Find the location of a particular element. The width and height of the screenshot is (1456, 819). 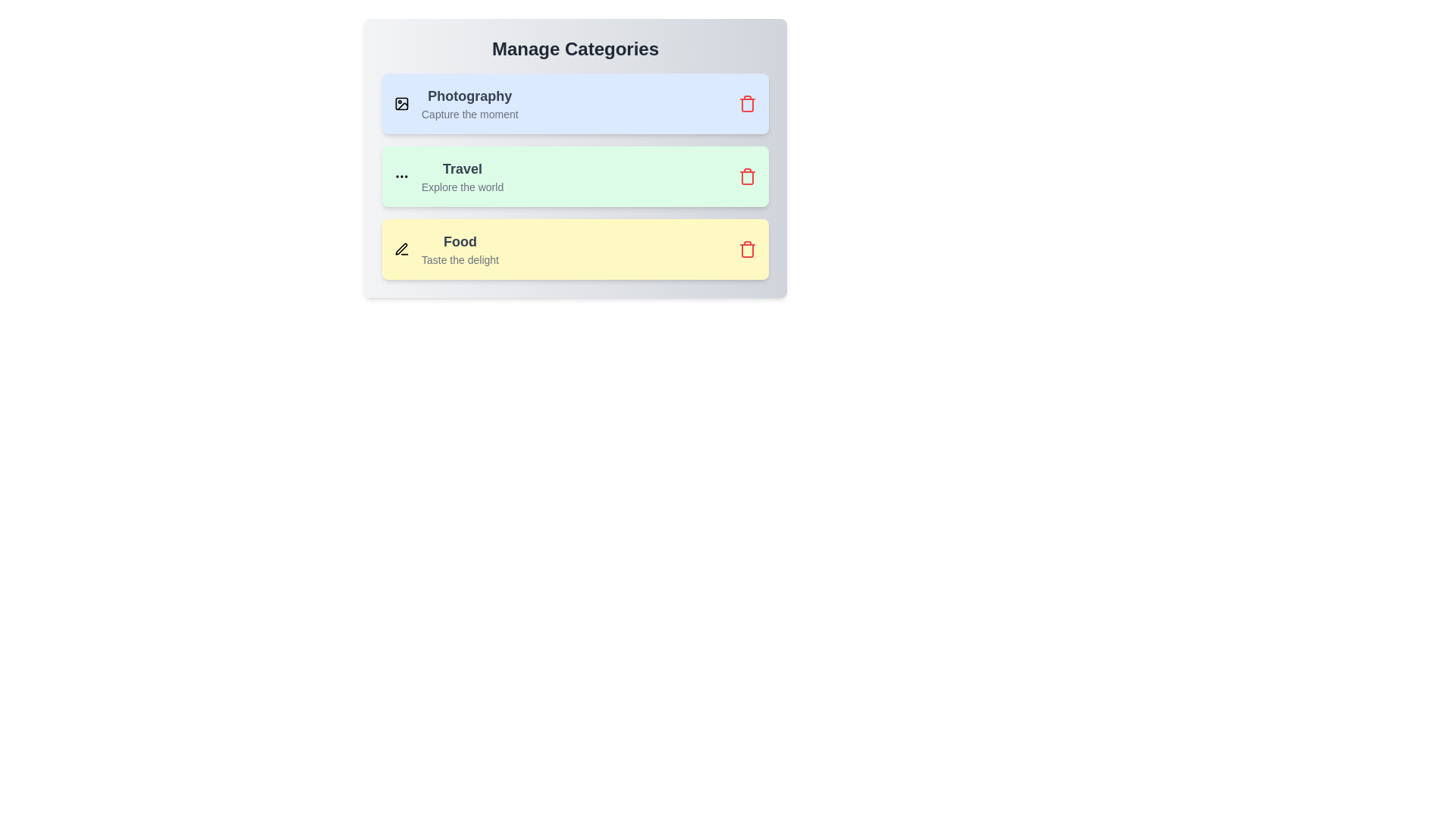

the icon of the category Food to view it is located at coordinates (401, 248).